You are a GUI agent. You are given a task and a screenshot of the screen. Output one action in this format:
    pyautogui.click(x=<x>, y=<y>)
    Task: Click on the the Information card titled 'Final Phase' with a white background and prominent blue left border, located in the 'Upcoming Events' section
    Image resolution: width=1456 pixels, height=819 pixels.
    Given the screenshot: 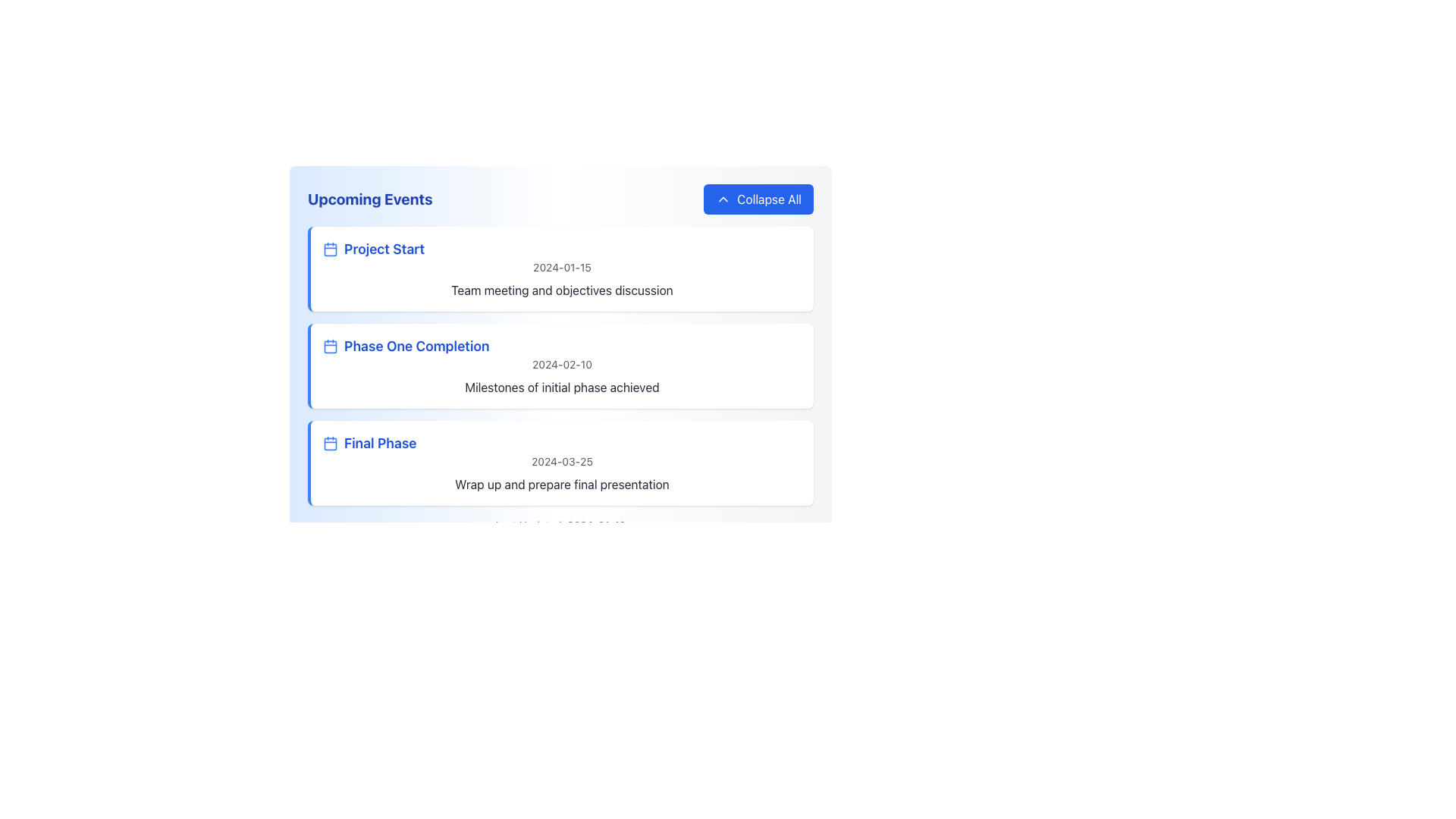 What is the action you would take?
    pyautogui.click(x=560, y=462)
    